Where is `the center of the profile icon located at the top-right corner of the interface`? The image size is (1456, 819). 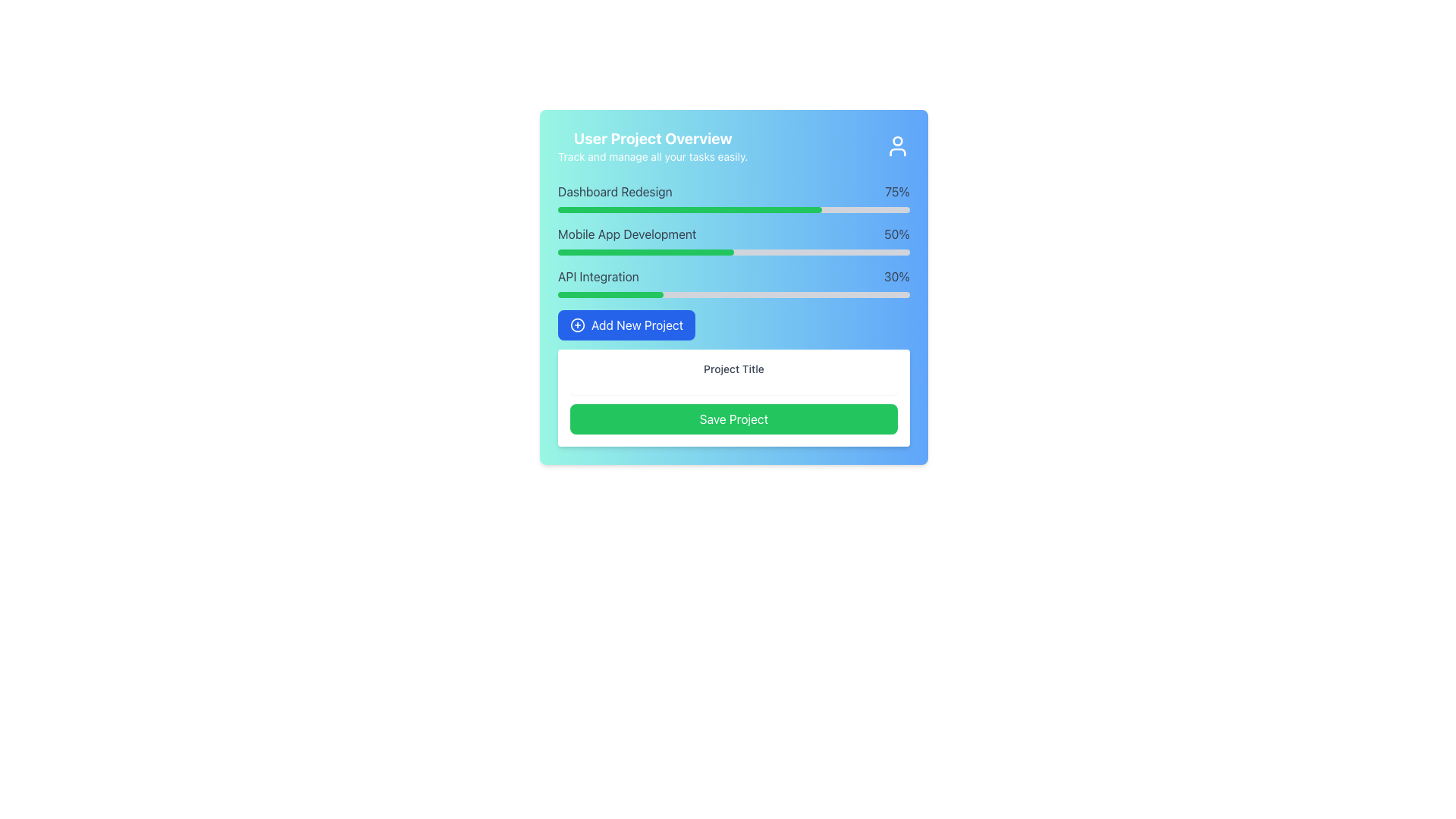
the center of the profile icon located at the top-right corner of the interface is located at coordinates (898, 146).